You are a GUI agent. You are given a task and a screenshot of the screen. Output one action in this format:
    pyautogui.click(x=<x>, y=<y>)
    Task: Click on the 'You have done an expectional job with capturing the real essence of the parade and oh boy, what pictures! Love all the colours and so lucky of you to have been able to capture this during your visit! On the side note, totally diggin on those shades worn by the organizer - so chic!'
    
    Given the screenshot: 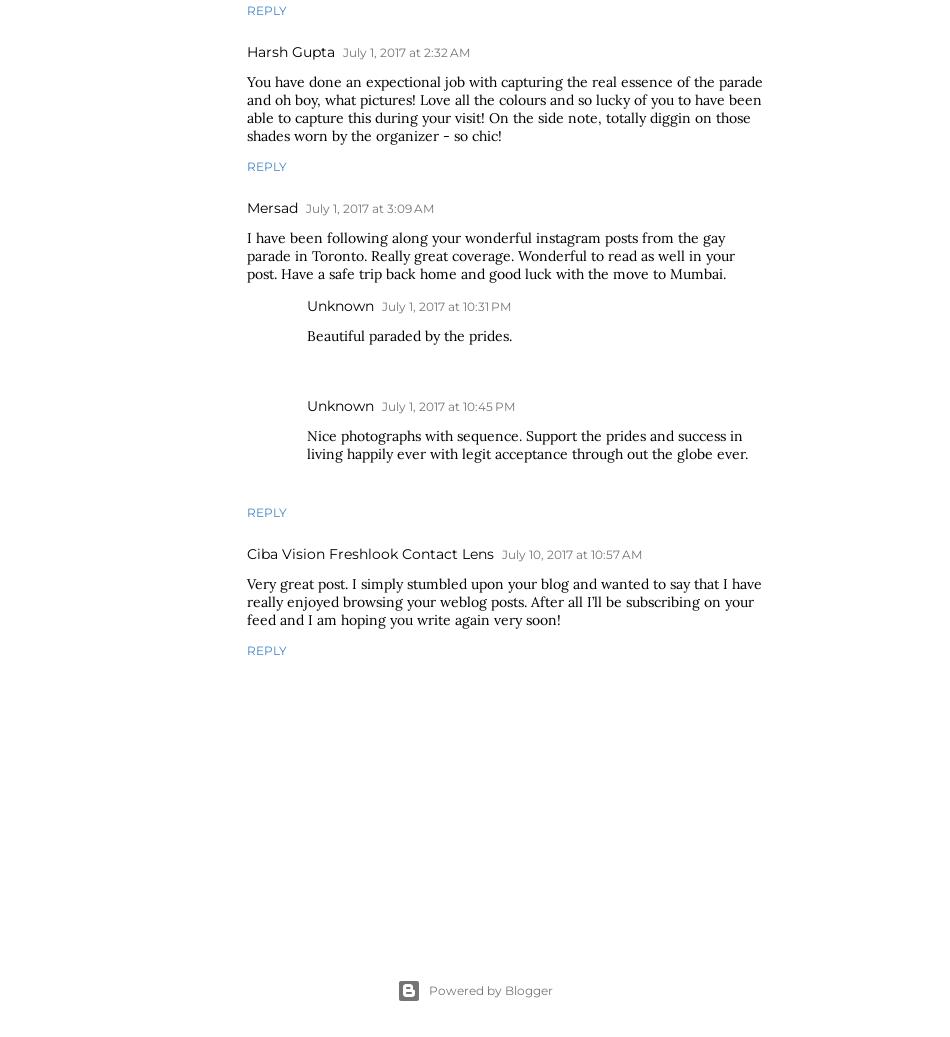 What is the action you would take?
    pyautogui.click(x=505, y=107)
    